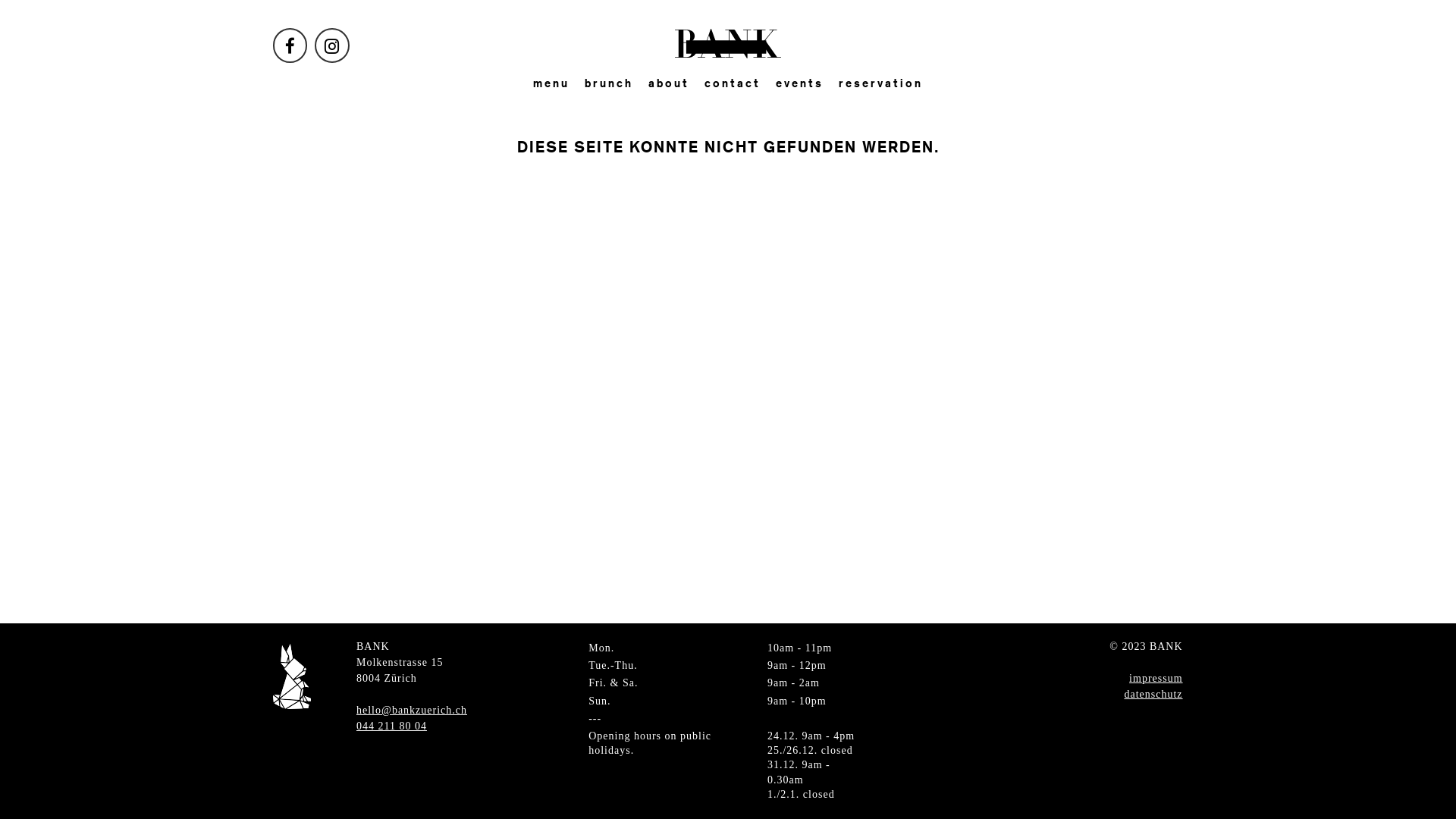 This screenshot has height=819, width=1456. Describe the element at coordinates (732, 84) in the screenshot. I see `'contact'` at that location.